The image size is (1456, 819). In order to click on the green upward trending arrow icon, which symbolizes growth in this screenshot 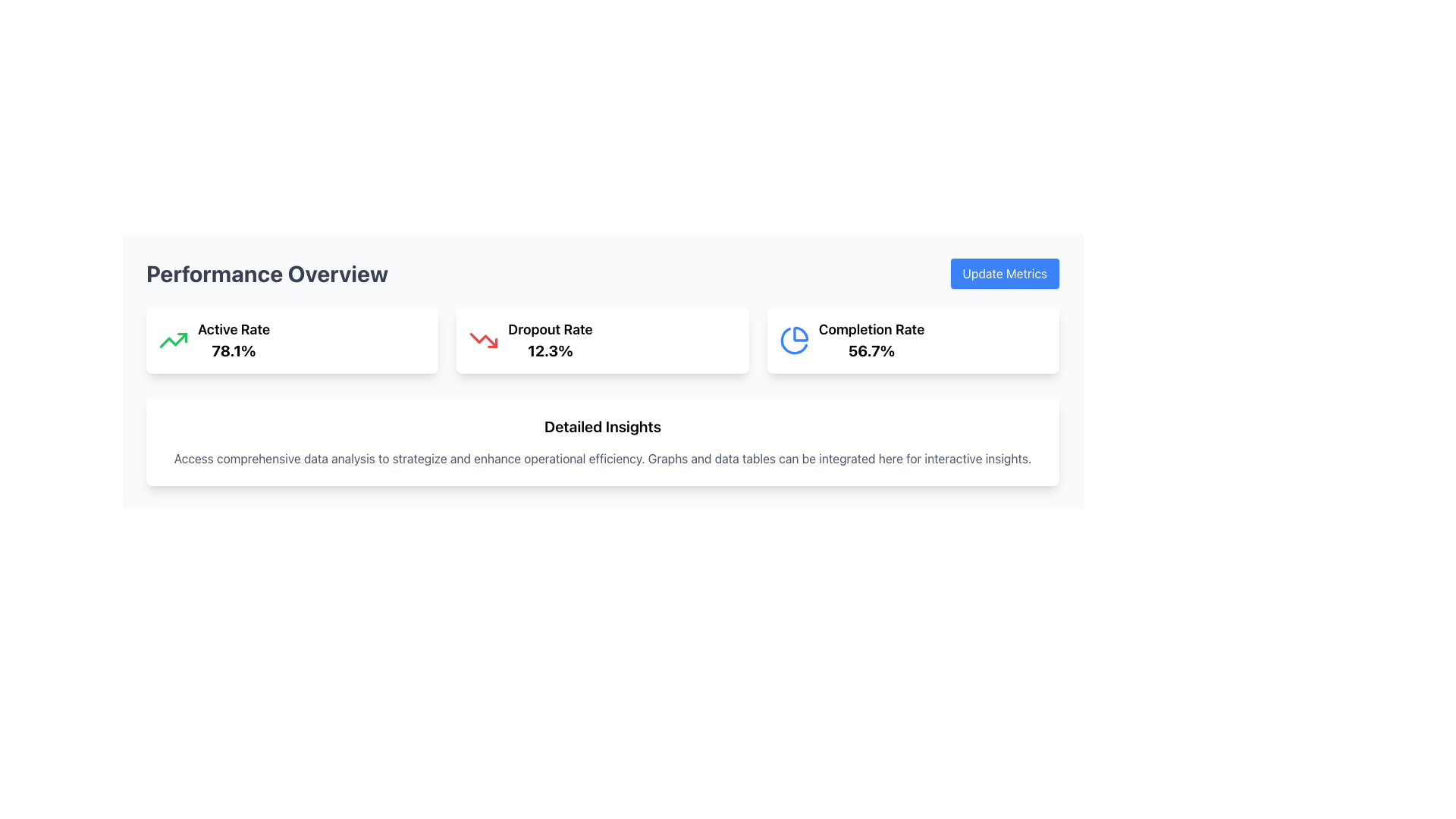, I will do `click(174, 339)`.